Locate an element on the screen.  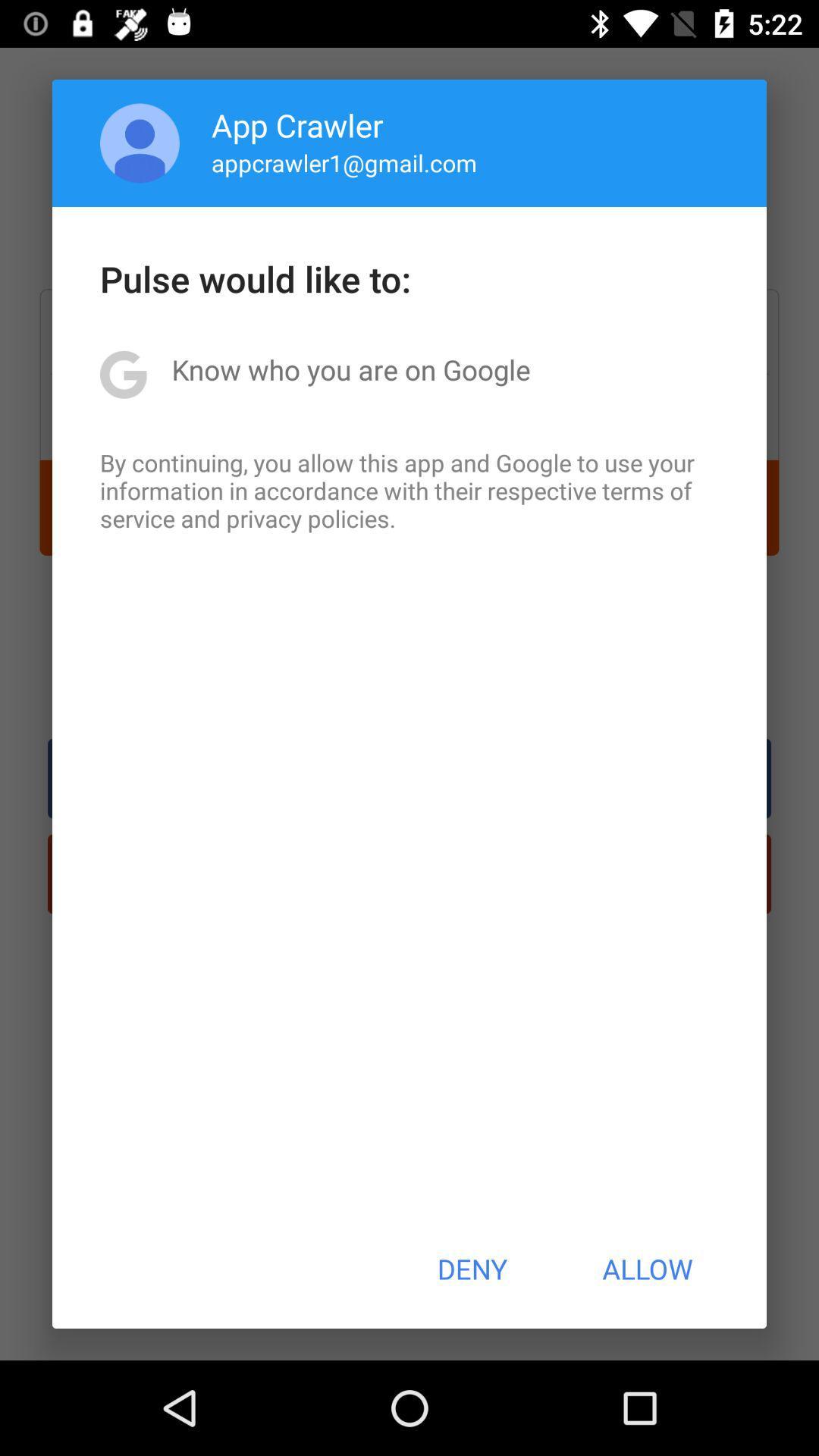
the icon at the bottom is located at coordinates (471, 1269).